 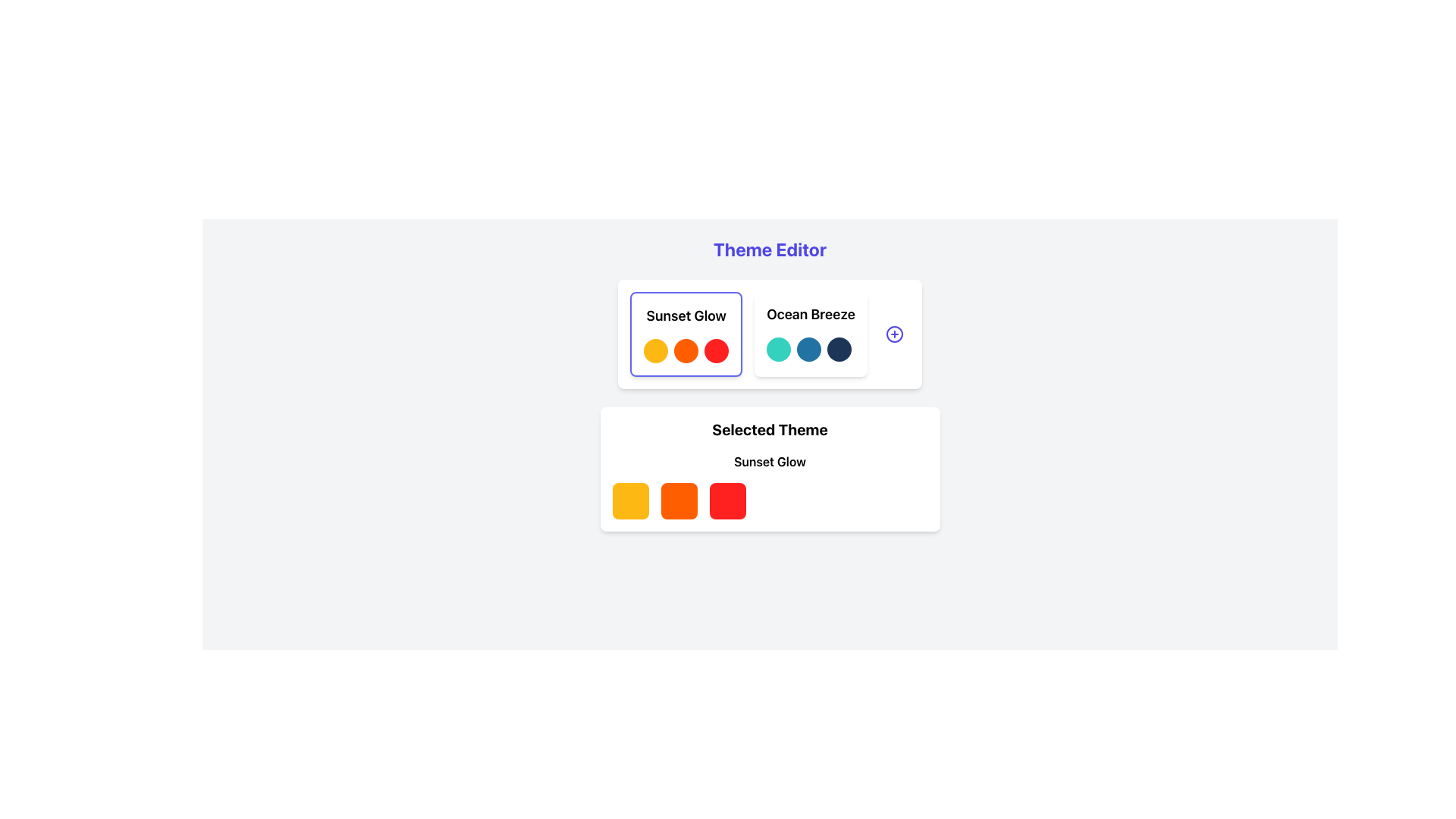 What do you see at coordinates (686, 350) in the screenshot?
I see `the second circular color swatch in the 'Sunset Glow' theme` at bounding box center [686, 350].